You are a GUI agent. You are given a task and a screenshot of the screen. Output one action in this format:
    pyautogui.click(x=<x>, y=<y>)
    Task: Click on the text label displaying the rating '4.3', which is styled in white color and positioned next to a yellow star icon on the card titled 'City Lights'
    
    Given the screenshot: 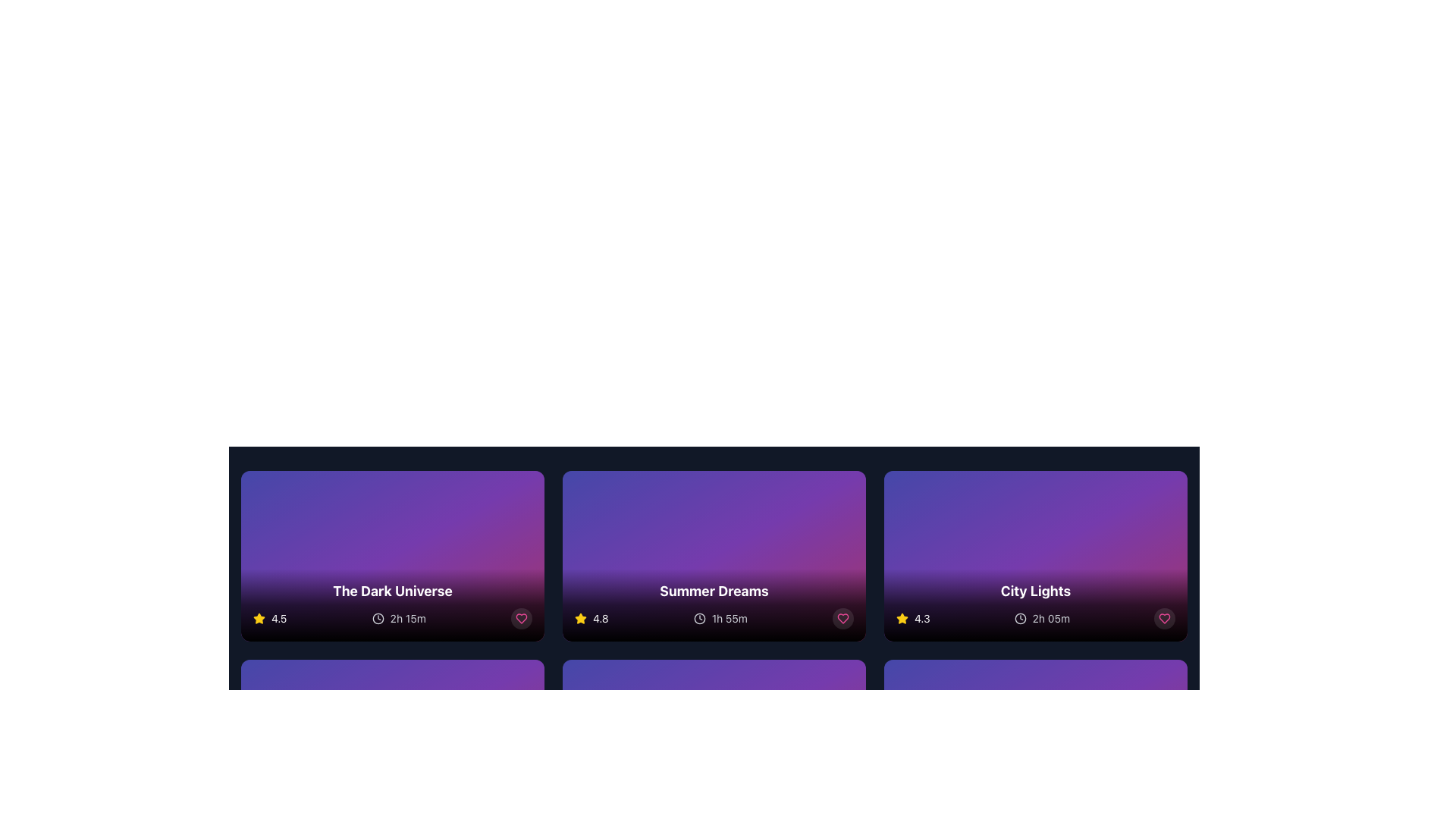 What is the action you would take?
    pyautogui.click(x=921, y=619)
    